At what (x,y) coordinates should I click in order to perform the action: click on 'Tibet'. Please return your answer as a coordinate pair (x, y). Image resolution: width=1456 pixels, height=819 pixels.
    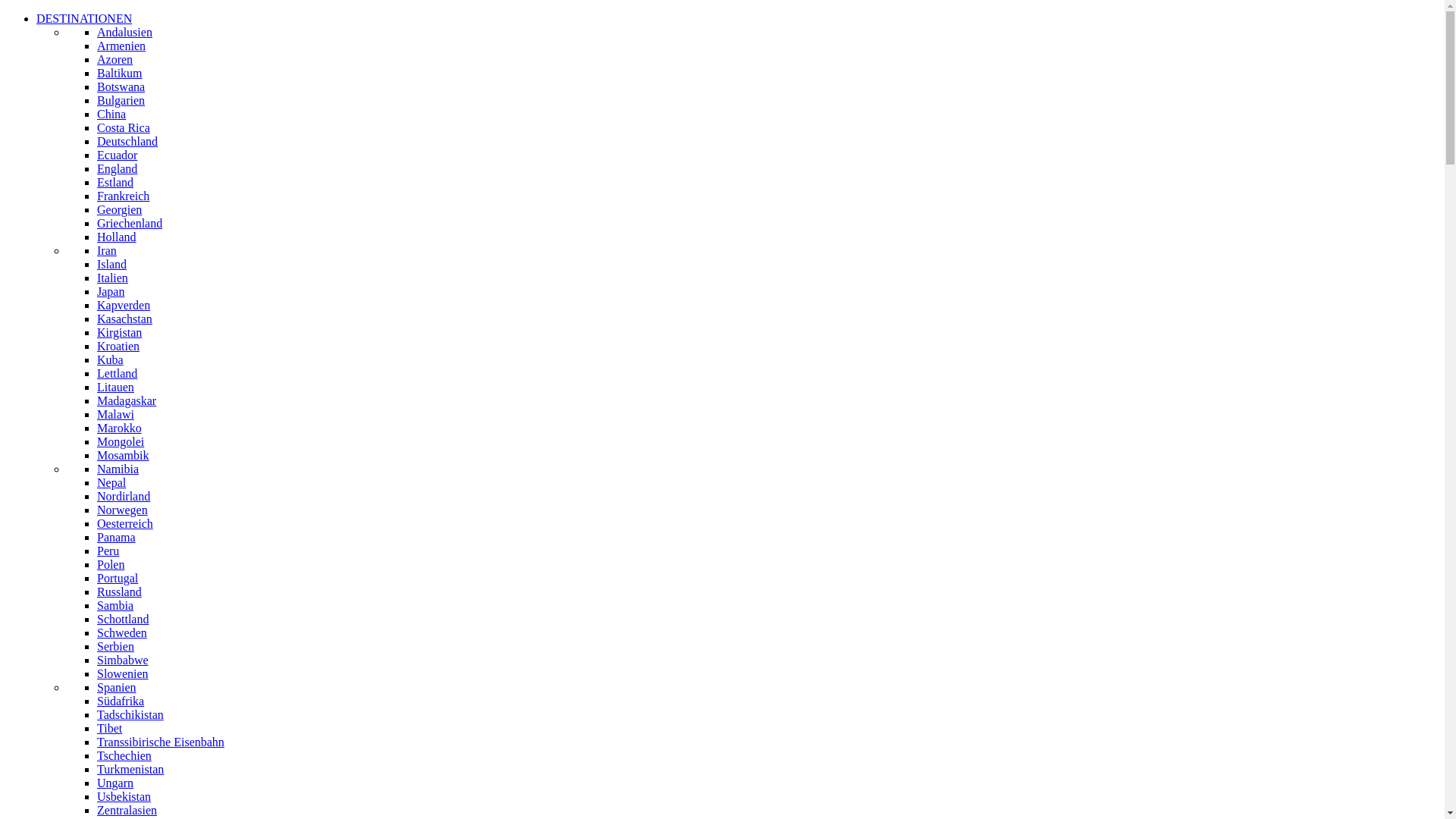
    Looking at the image, I should click on (96, 727).